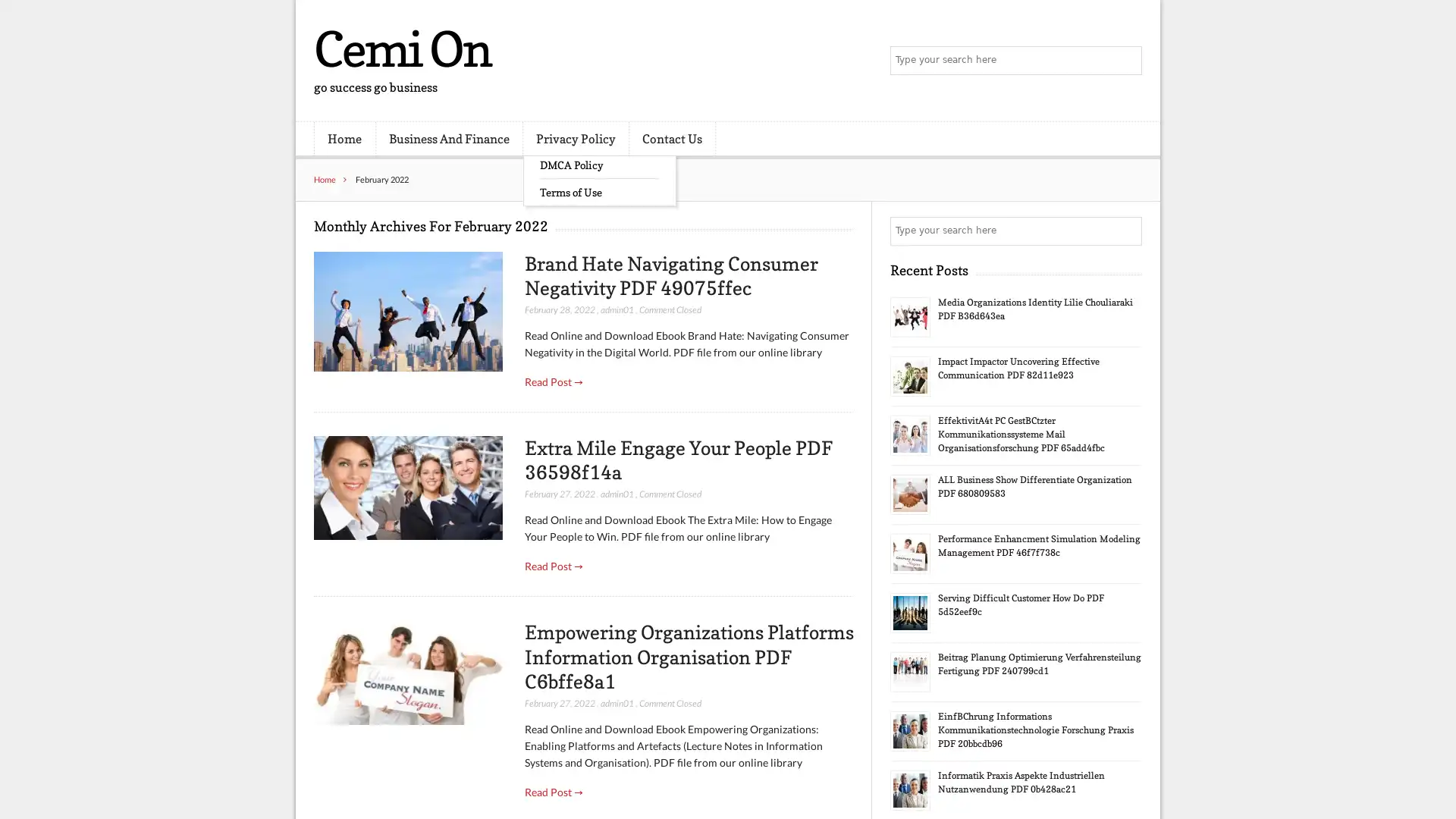  Describe the element at coordinates (1126, 231) in the screenshot. I see `Search` at that location.